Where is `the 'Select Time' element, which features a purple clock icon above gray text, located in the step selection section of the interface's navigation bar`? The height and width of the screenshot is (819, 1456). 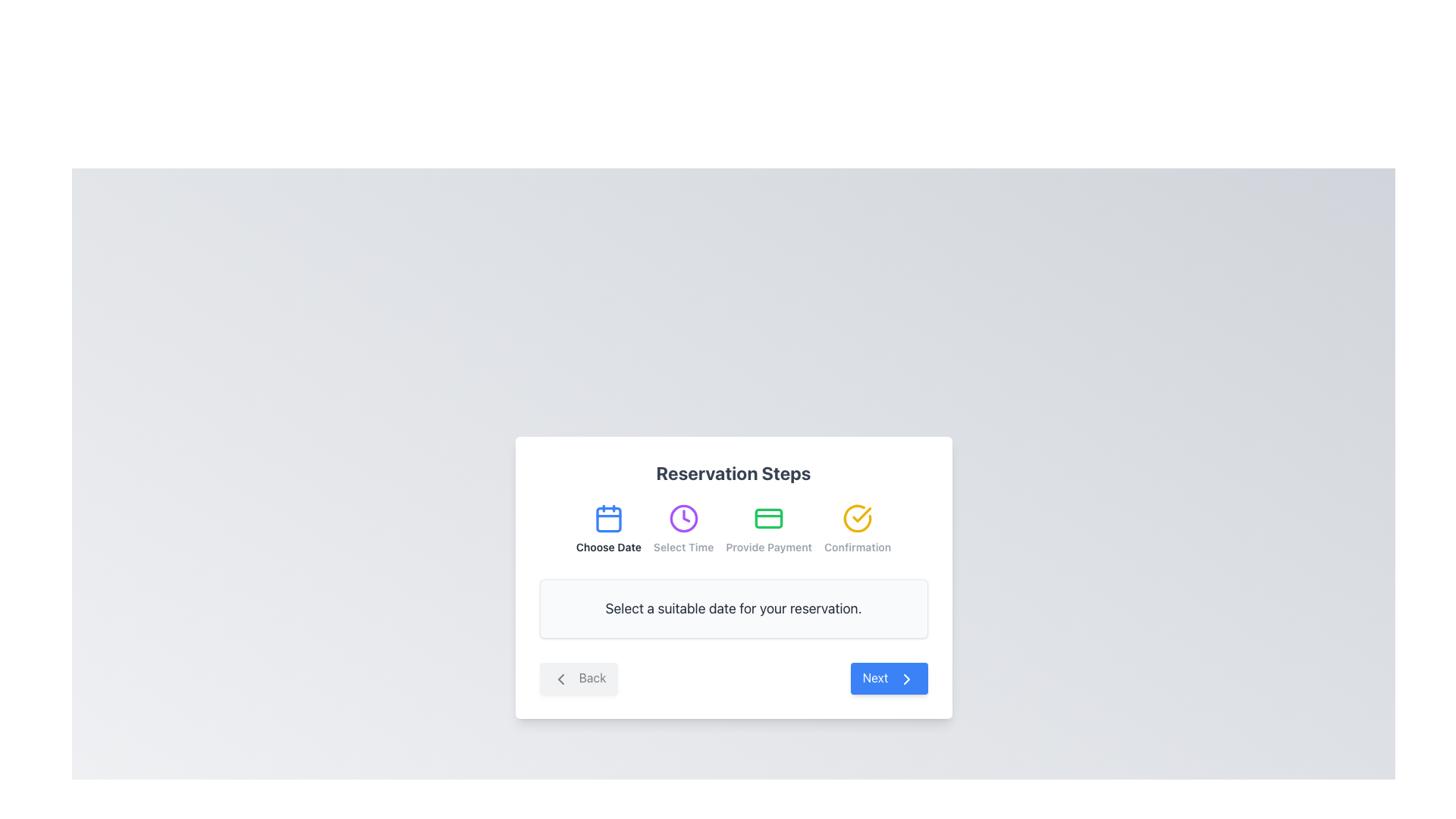 the 'Select Time' element, which features a purple clock icon above gray text, located in the step selection section of the interface's navigation bar is located at coordinates (682, 529).